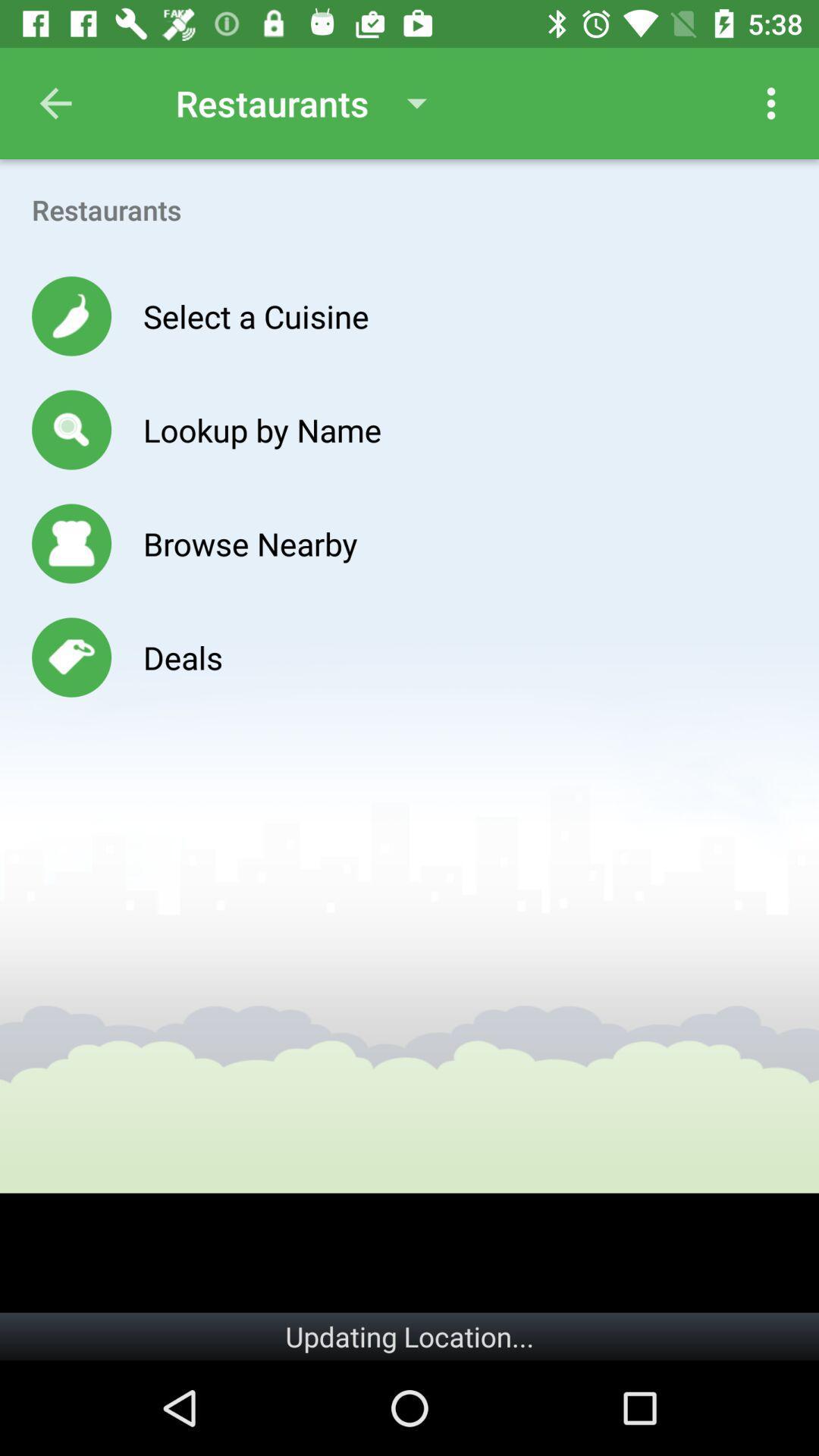  I want to click on the updating location... item, so click(409, 1336).